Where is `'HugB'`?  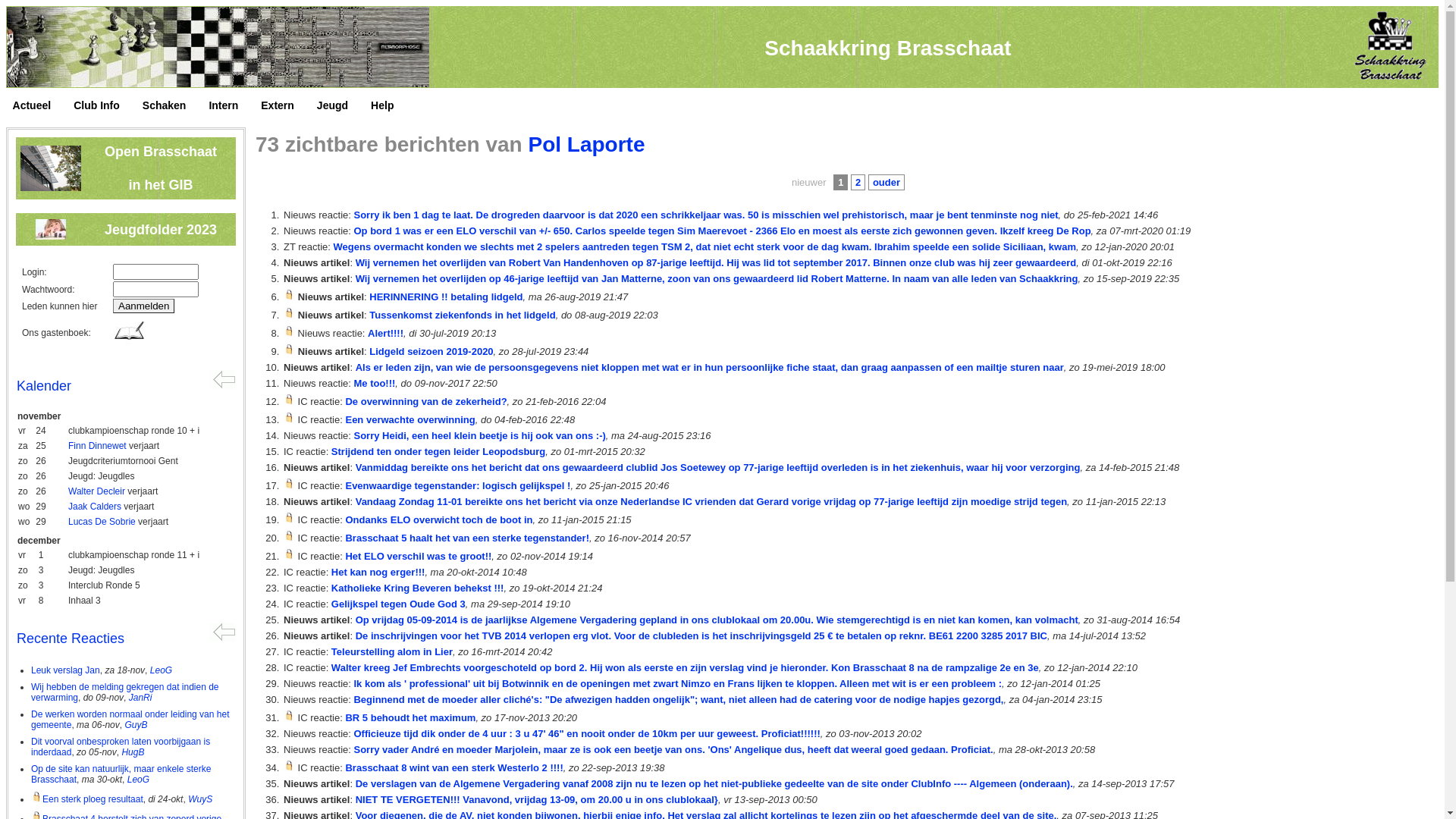
'HugB' is located at coordinates (132, 752).